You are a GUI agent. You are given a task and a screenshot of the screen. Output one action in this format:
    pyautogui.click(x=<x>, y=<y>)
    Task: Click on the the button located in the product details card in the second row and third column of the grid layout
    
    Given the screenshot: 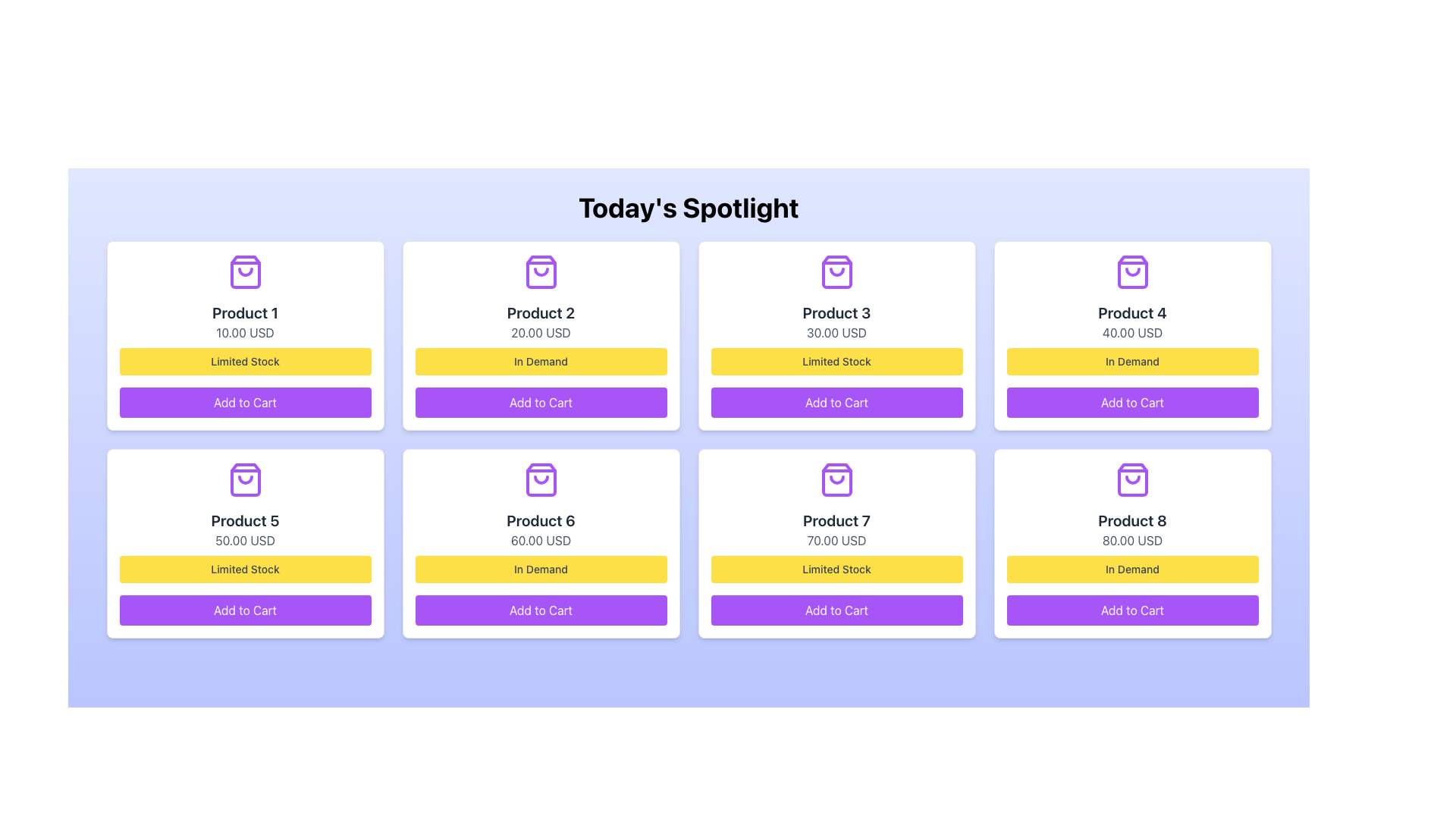 What is the action you would take?
    pyautogui.click(x=541, y=610)
    